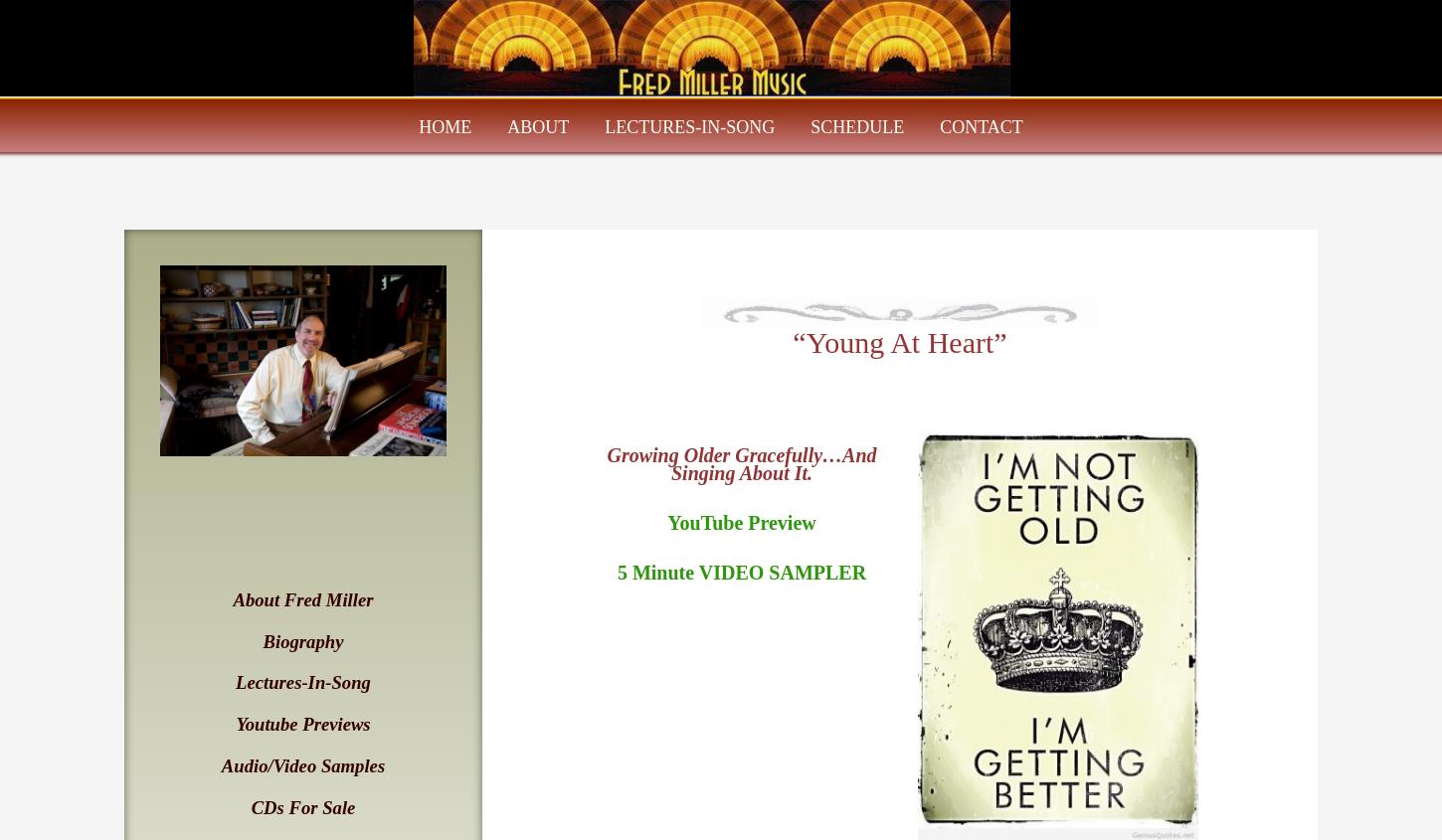  I want to click on 'Schedule', so click(856, 127).